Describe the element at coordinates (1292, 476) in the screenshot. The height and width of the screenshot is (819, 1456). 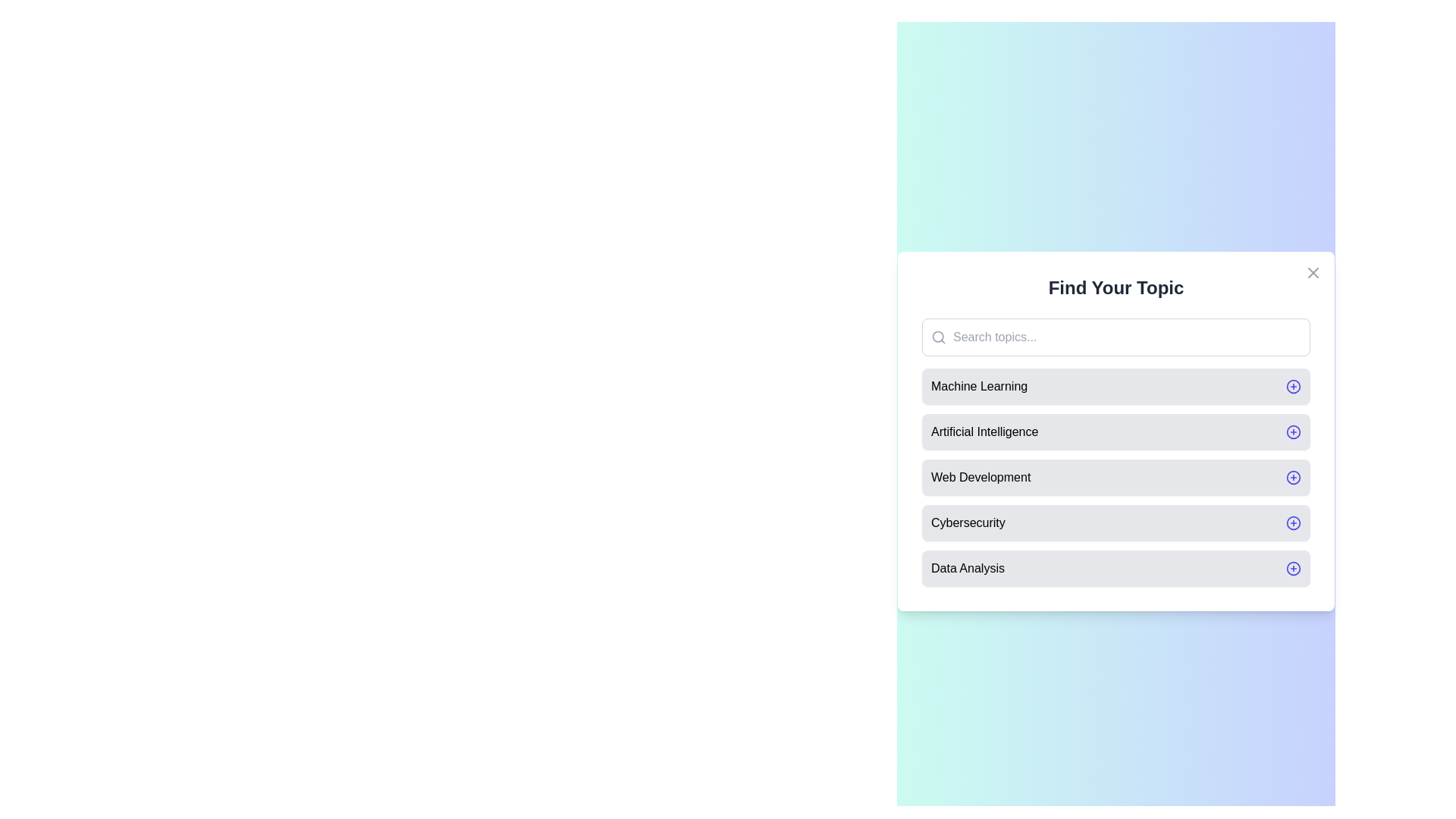
I see `the plus icon next to Web Development` at that location.